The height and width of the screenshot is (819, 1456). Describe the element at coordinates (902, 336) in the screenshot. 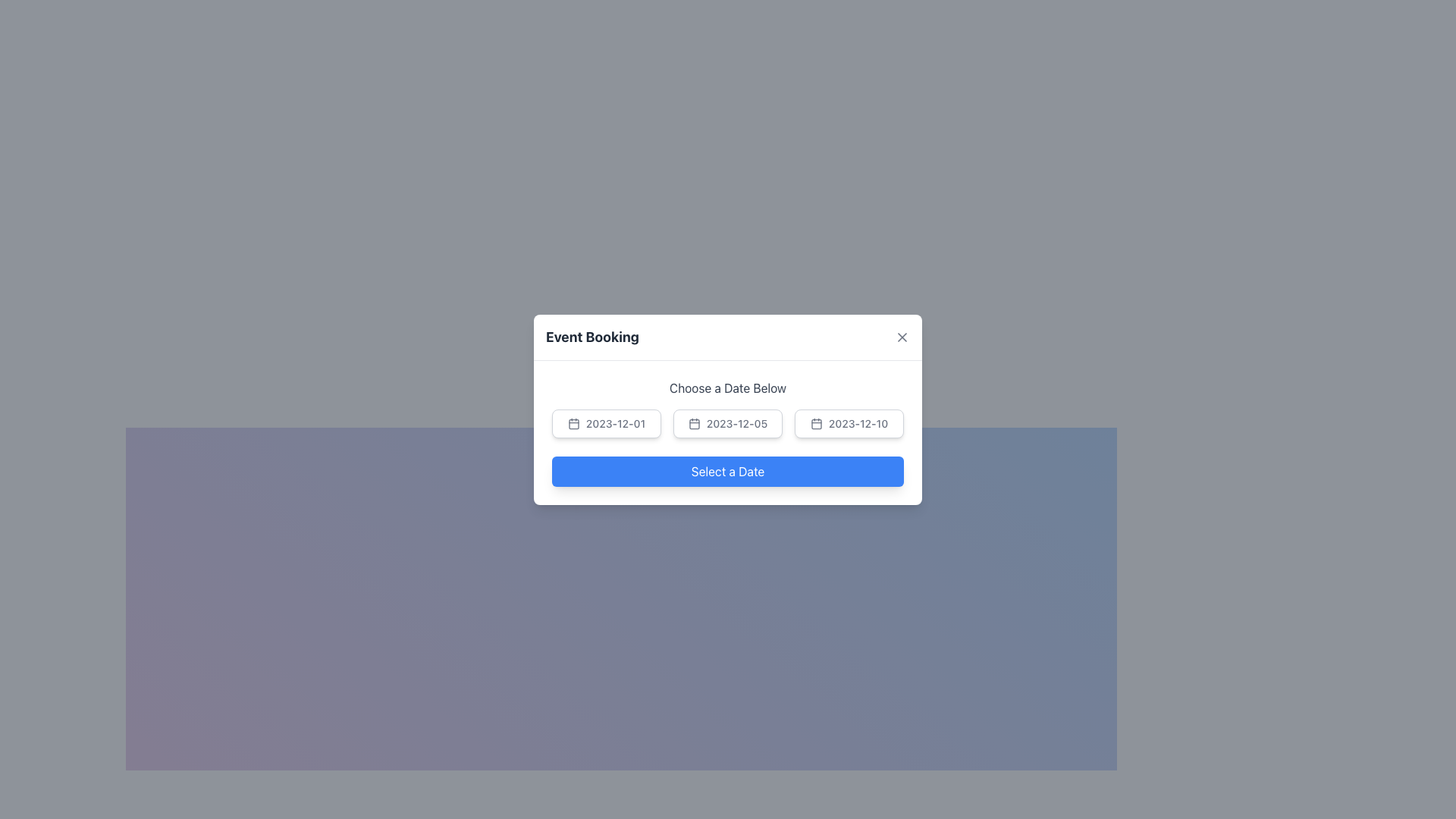

I see `the close button represented by an 'X' symbol located in the top-right corner of the 'Event Booking' header` at that location.